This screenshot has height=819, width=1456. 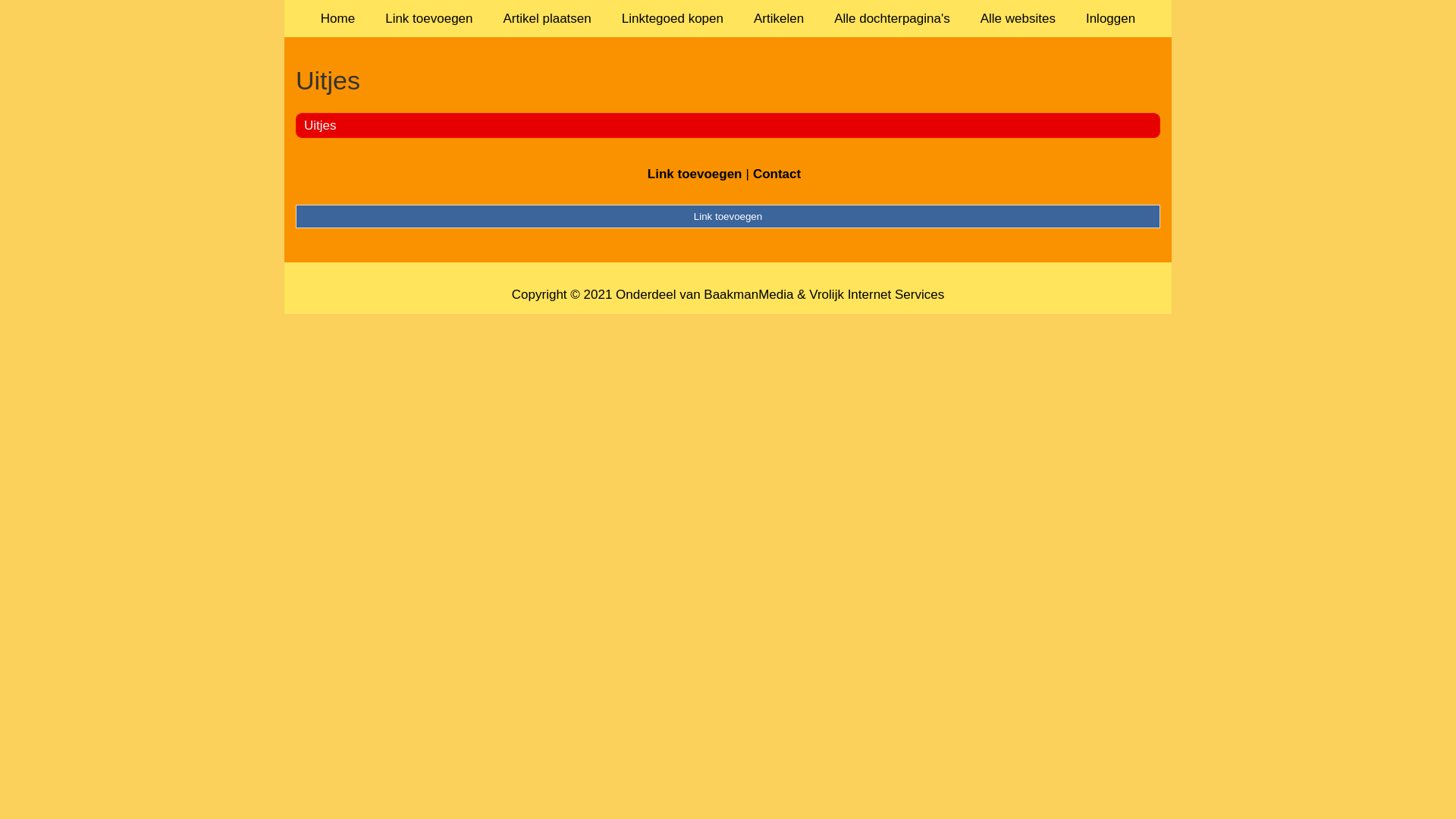 I want to click on 'Artikel plaatsen', so click(x=546, y=18).